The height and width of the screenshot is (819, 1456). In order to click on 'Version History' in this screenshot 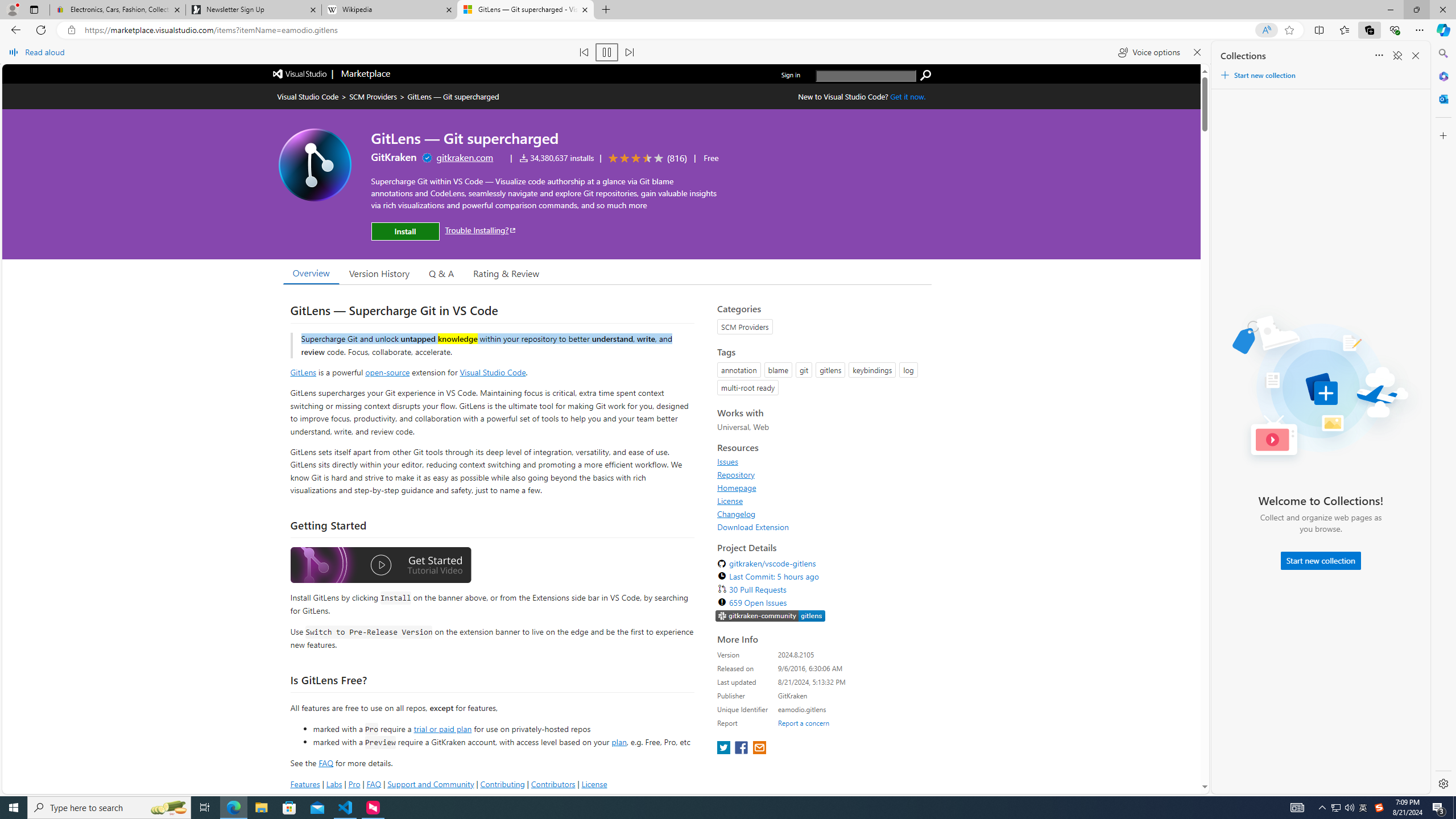, I will do `click(378, 272)`.